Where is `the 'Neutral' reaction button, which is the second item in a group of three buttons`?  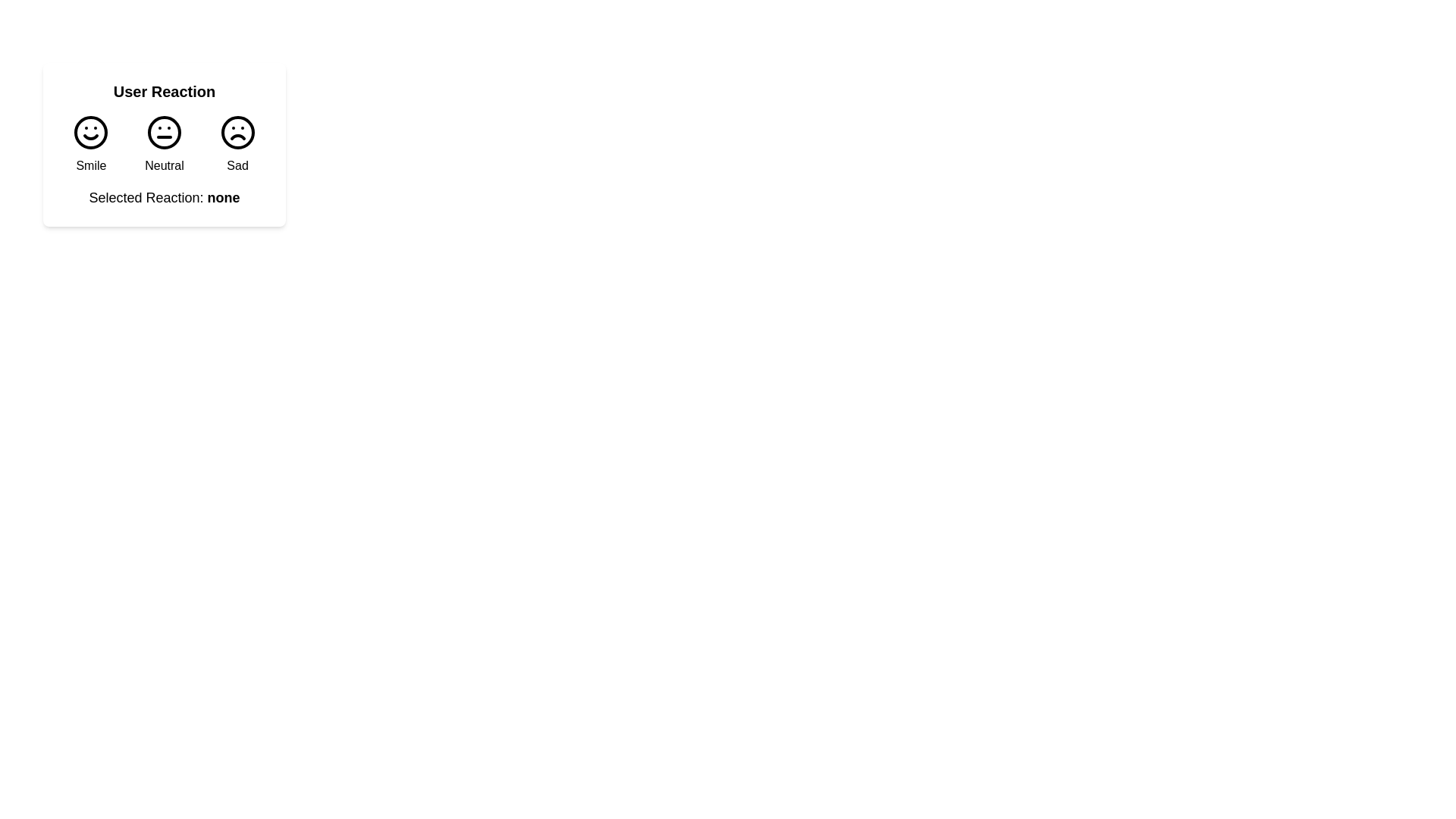
the 'Neutral' reaction button, which is the second item in a group of three buttons is located at coordinates (164, 145).